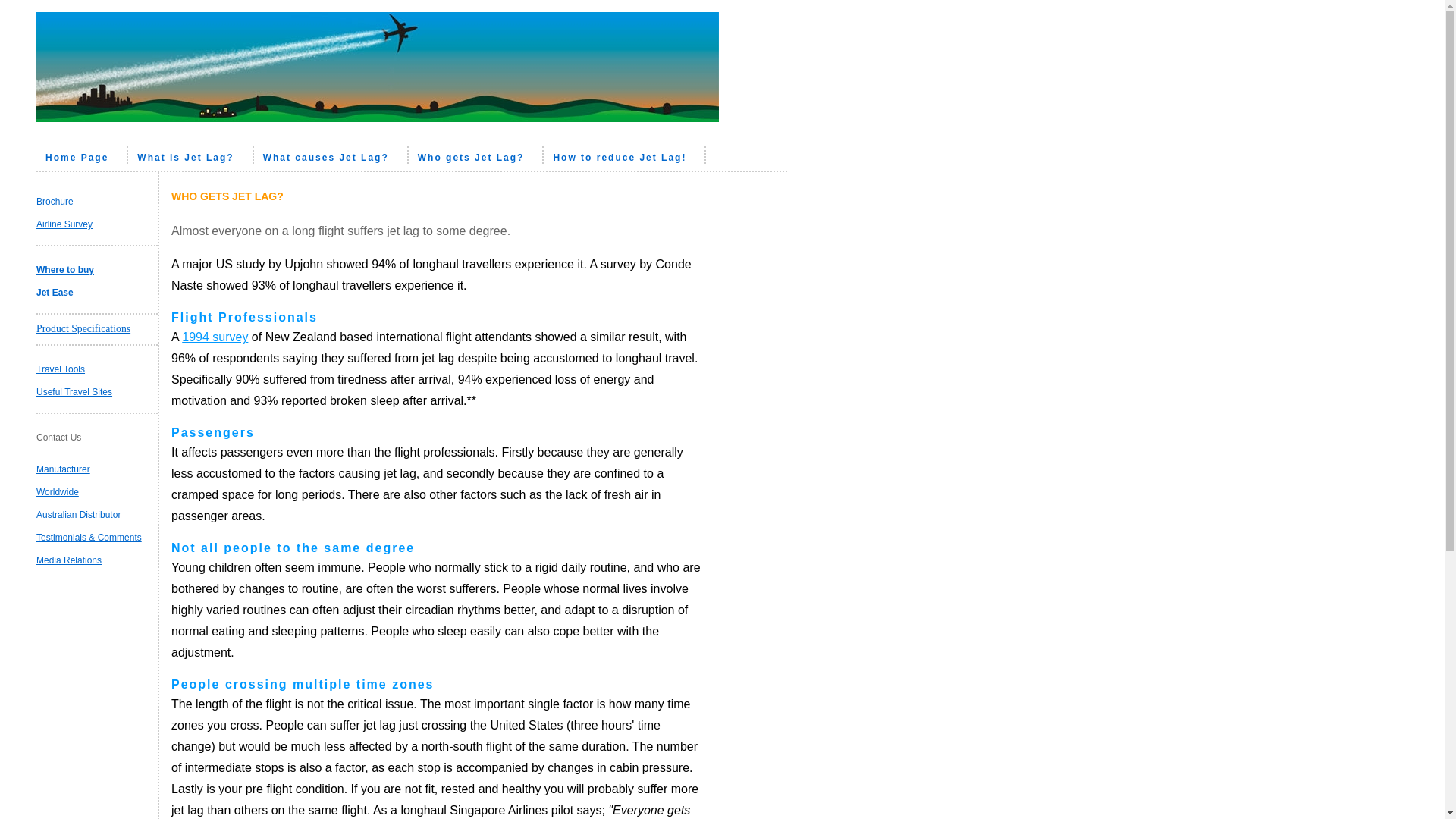 The height and width of the screenshot is (819, 1456). I want to click on '1994 survey', so click(182, 336).